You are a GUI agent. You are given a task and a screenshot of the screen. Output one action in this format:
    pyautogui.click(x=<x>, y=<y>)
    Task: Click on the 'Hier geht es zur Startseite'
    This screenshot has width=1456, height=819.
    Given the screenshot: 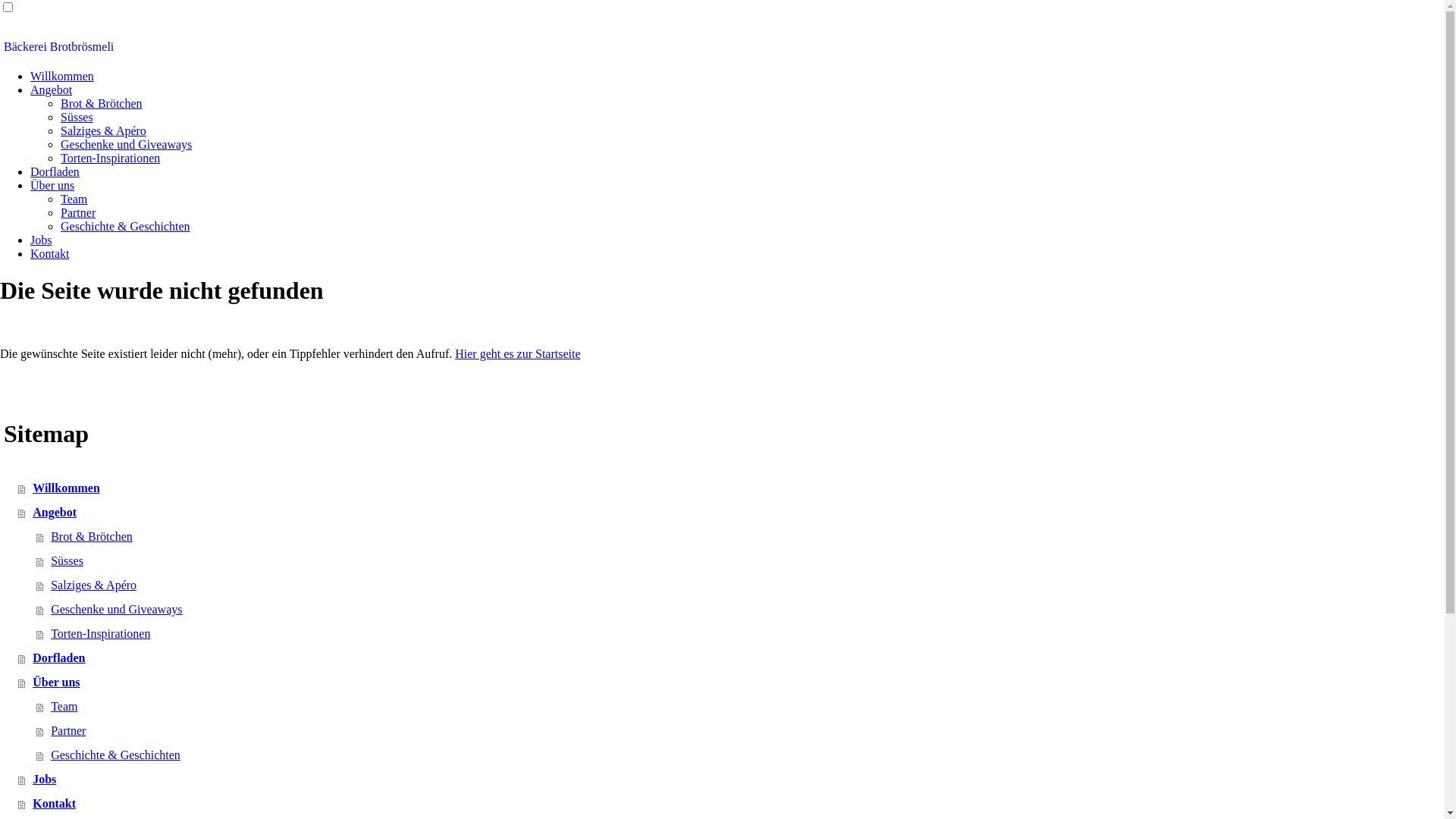 What is the action you would take?
    pyautogui.click(x=517, y=353)
    